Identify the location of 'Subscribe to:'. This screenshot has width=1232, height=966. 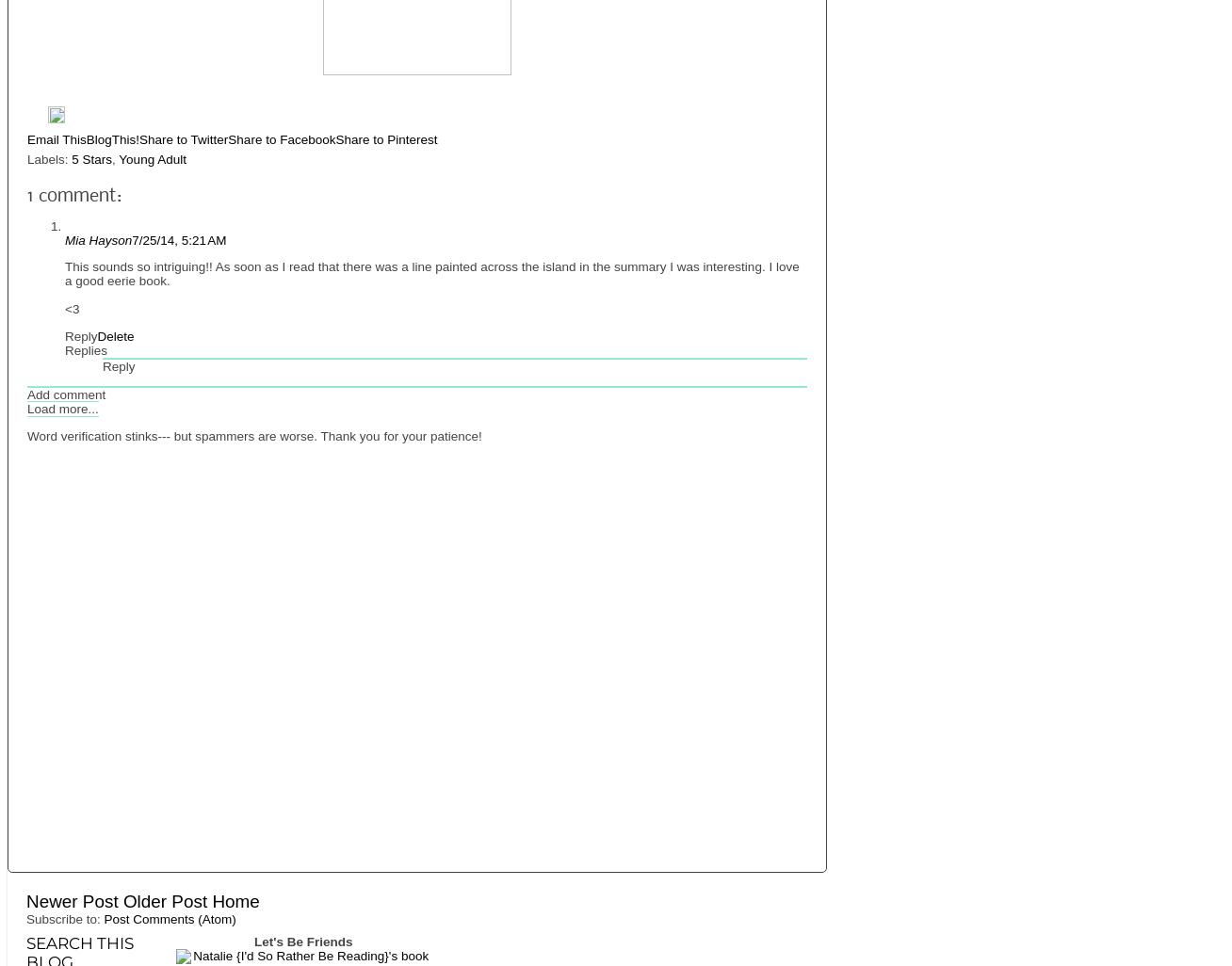
(65, 918).